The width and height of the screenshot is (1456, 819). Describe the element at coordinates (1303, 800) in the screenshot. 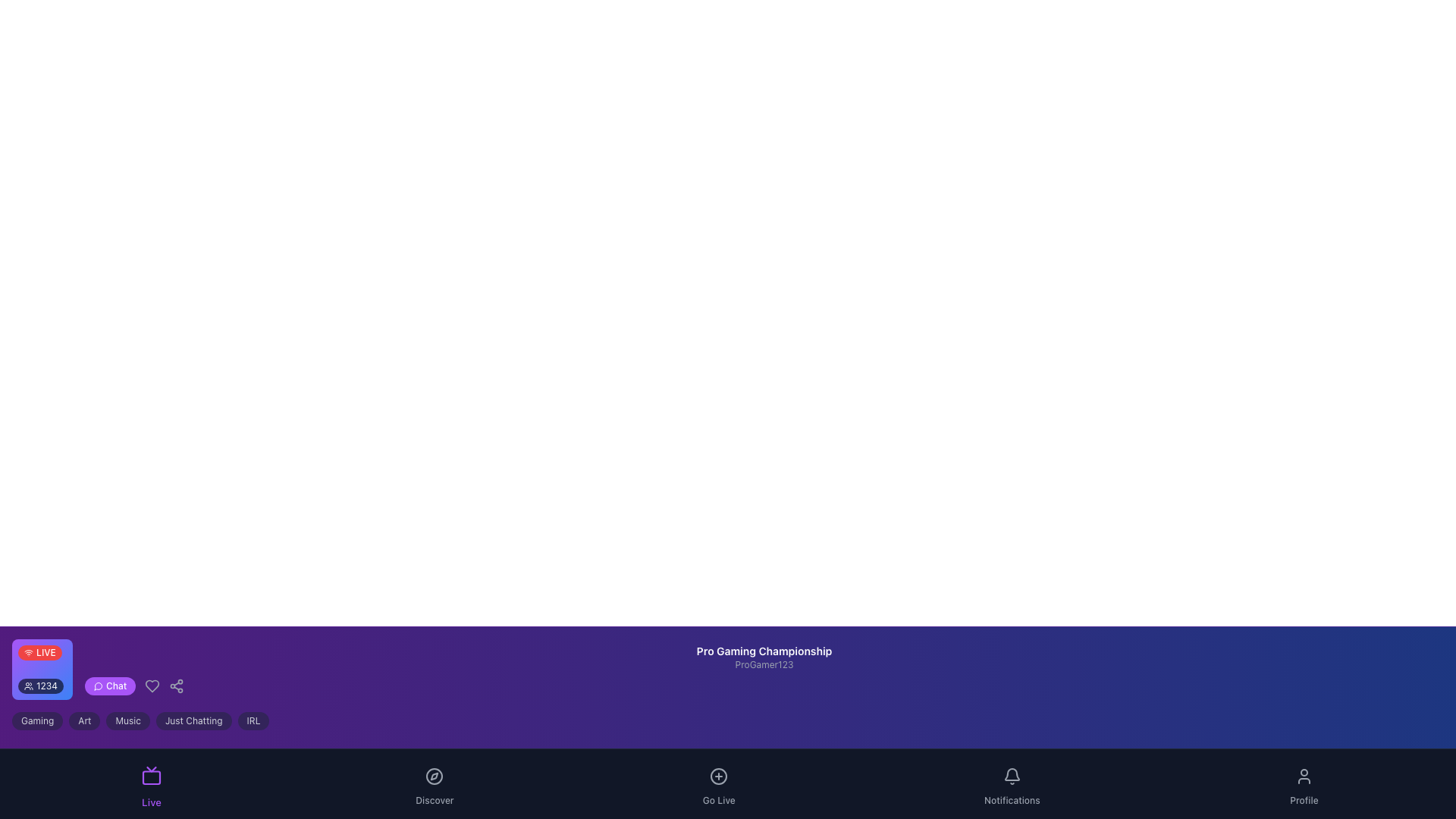

I see `the static text label 'Profile' displayed in gray color, located below the user-profile icon in the lower navigation bar` at that location.